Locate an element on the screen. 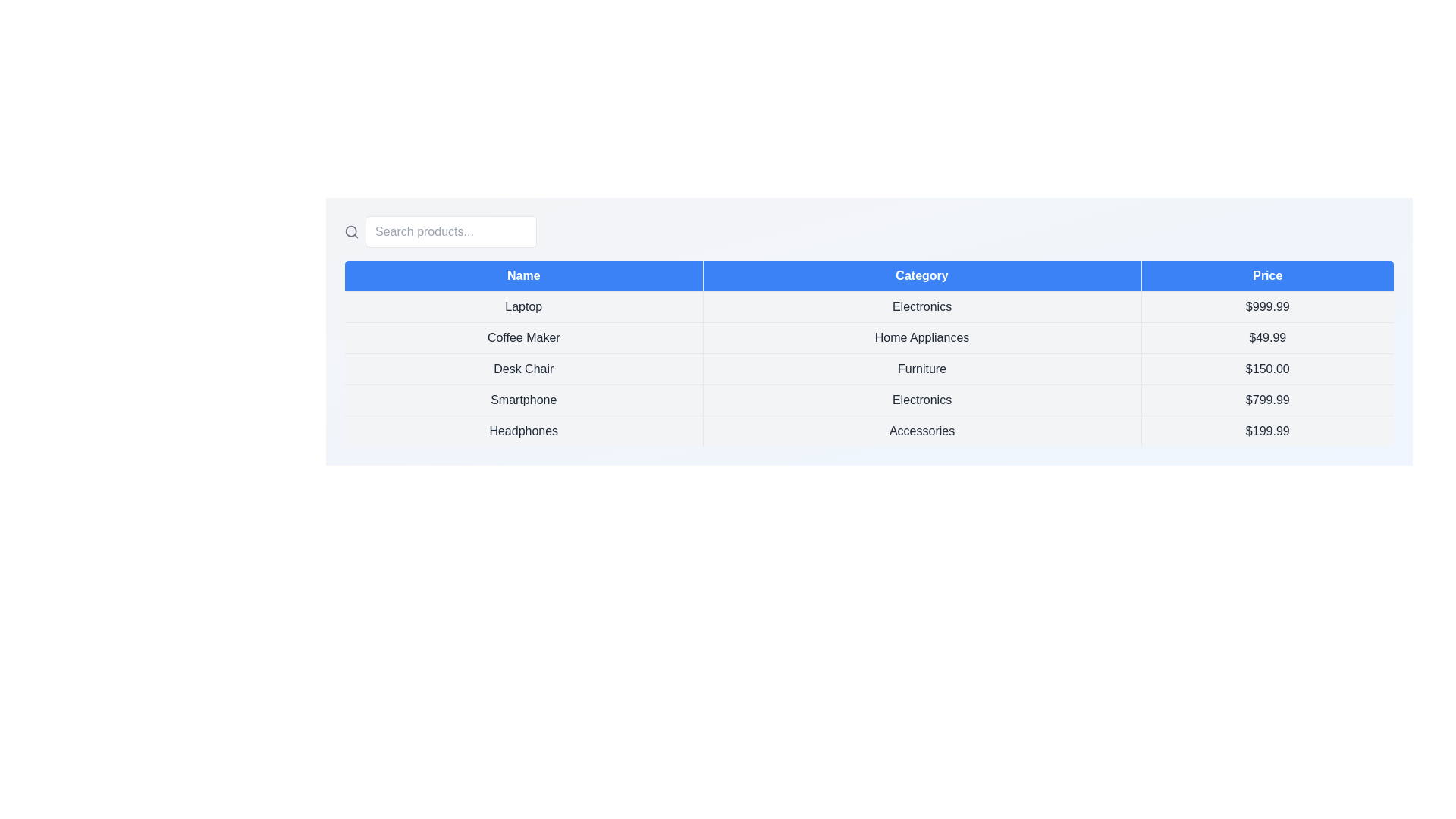  the text field displaying the price '$199.99' in black font, located in the last row under the 'Price' column for the 'Headphones' item is located at coordinates (1267, 431).